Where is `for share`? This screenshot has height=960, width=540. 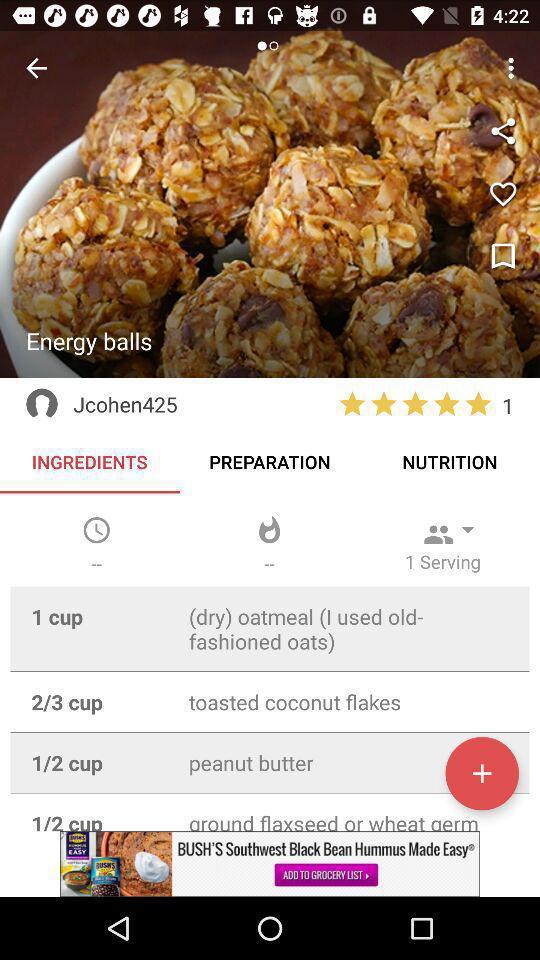 for share is located at coordinates (502, 130).